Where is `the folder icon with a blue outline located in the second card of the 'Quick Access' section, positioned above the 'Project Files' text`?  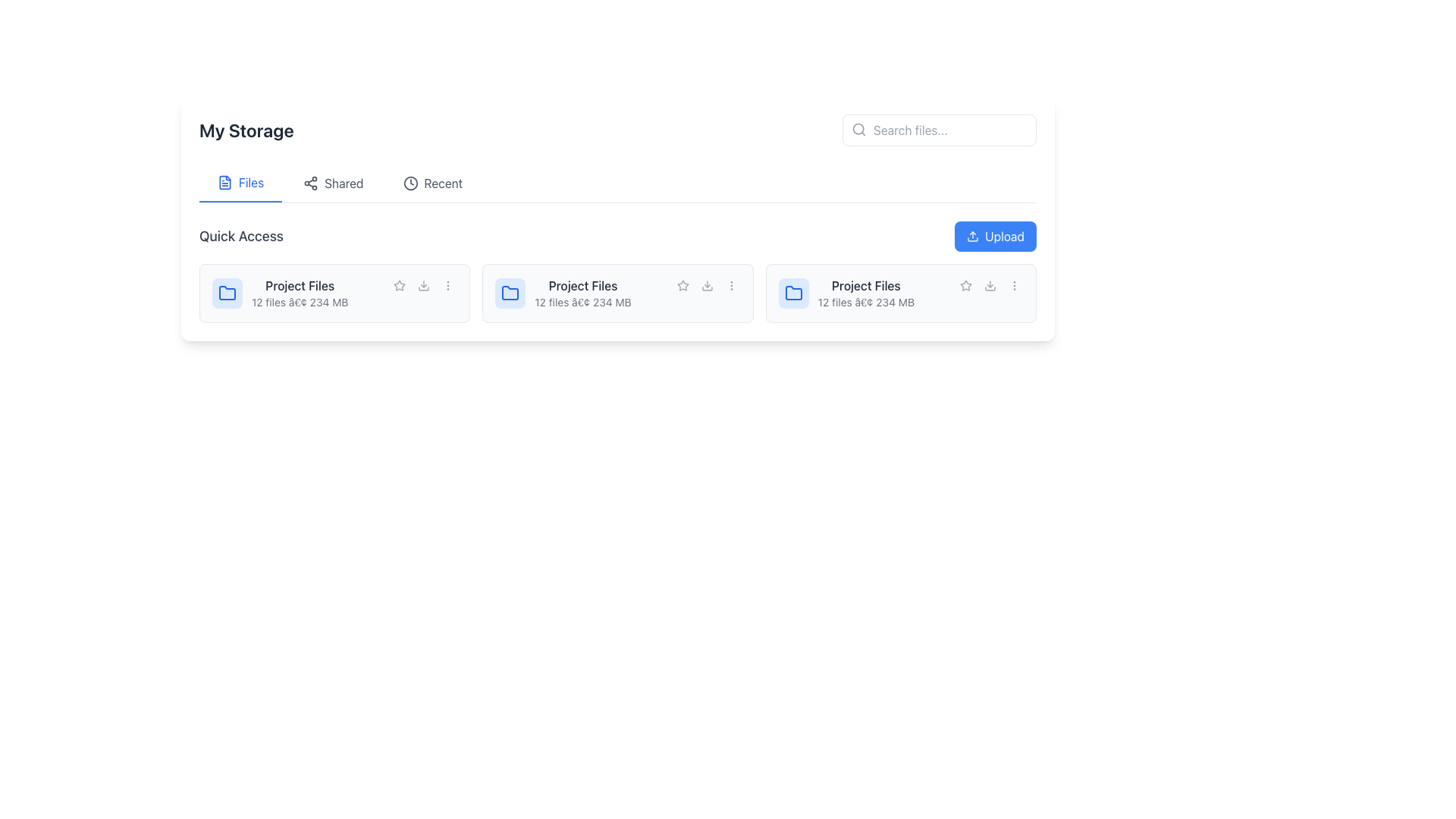 the folder icon with a blue outline located in the second card of the 'Quick Access' section, positioned above the 'Project Files' text is located at coordinates (510, 293).